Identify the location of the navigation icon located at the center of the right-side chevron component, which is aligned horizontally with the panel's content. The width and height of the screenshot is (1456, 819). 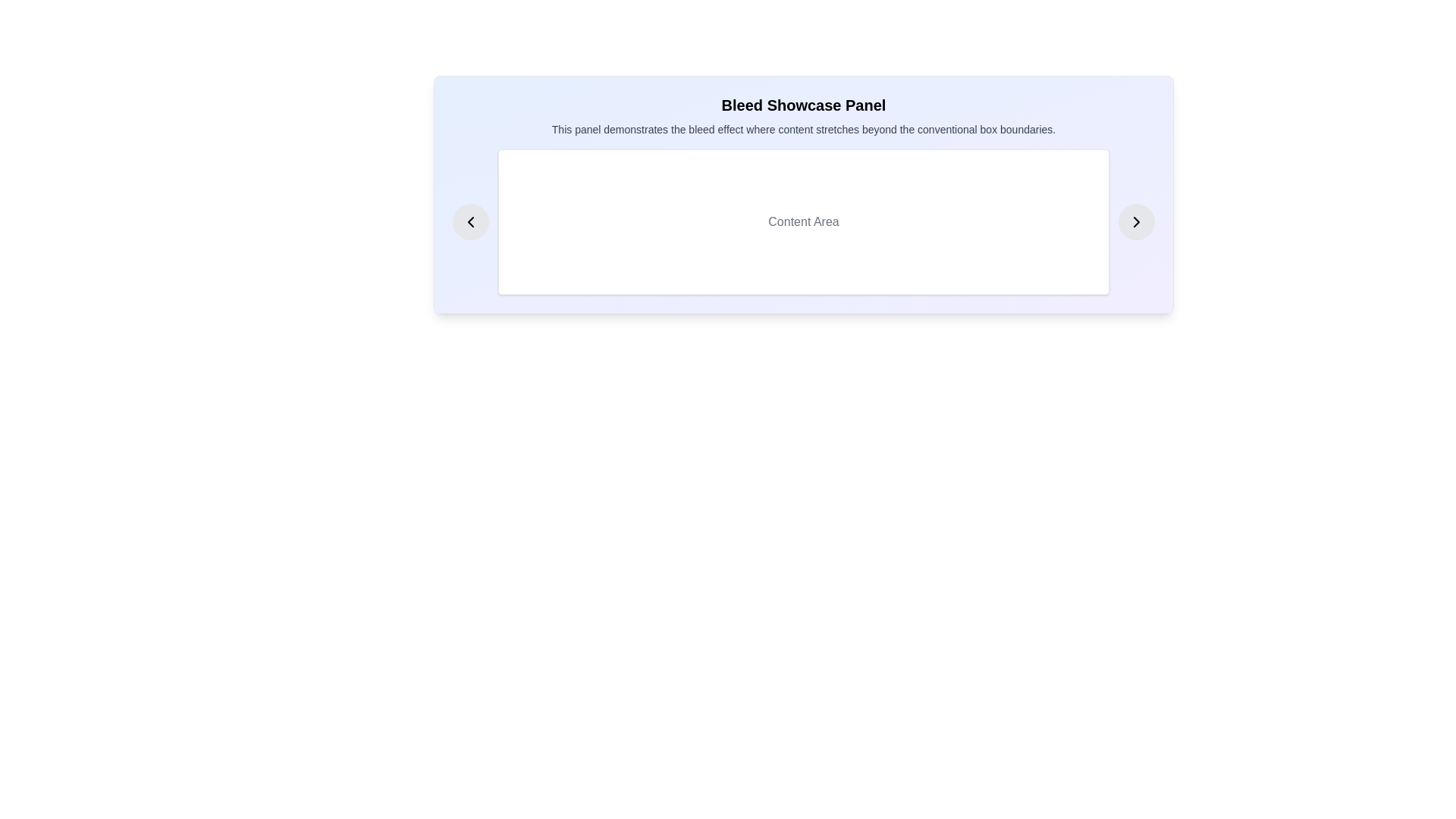
(1136, 222).